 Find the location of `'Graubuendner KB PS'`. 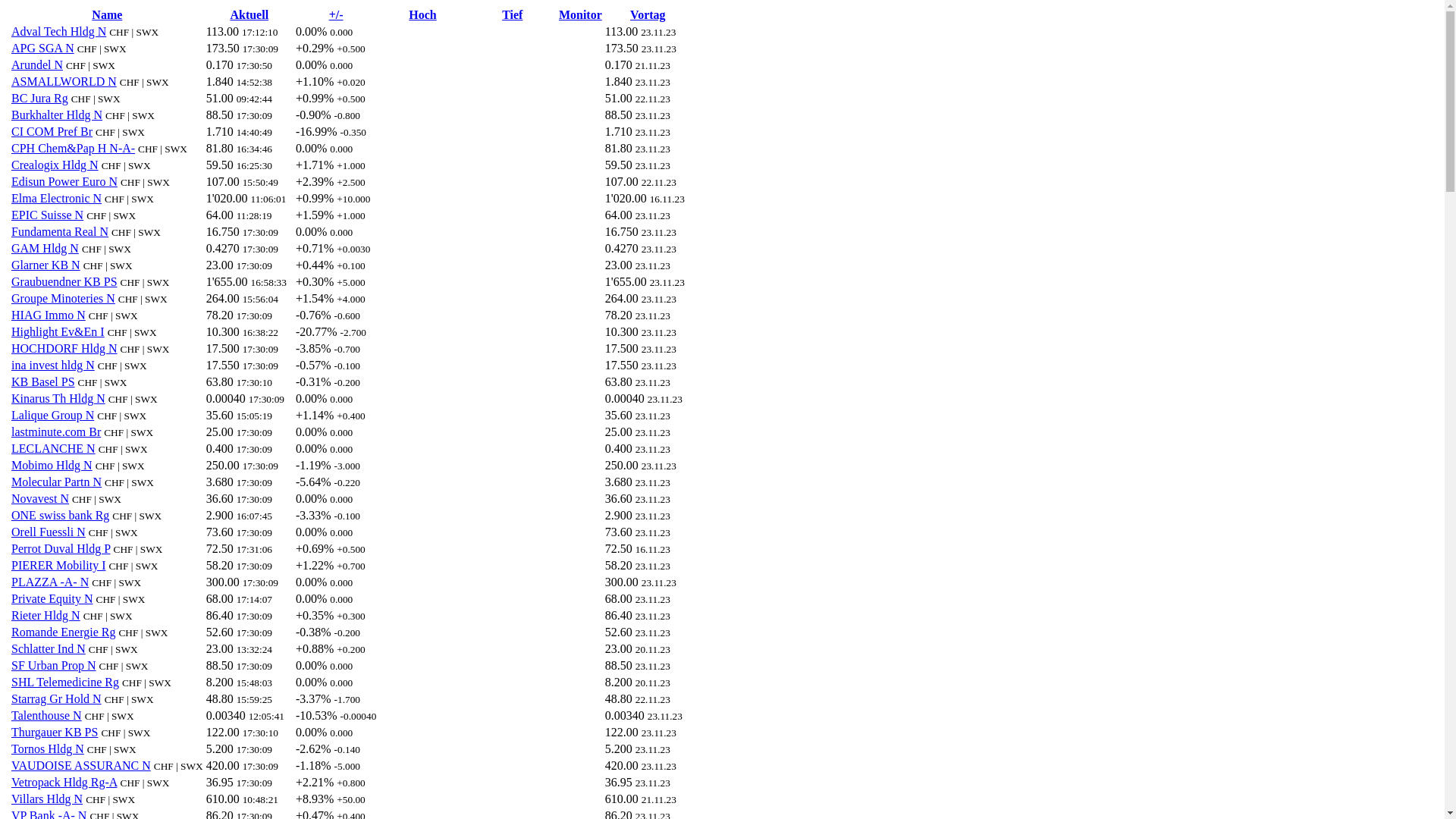

'Graubuendner KB PS' is located at coordinates (64, 281).